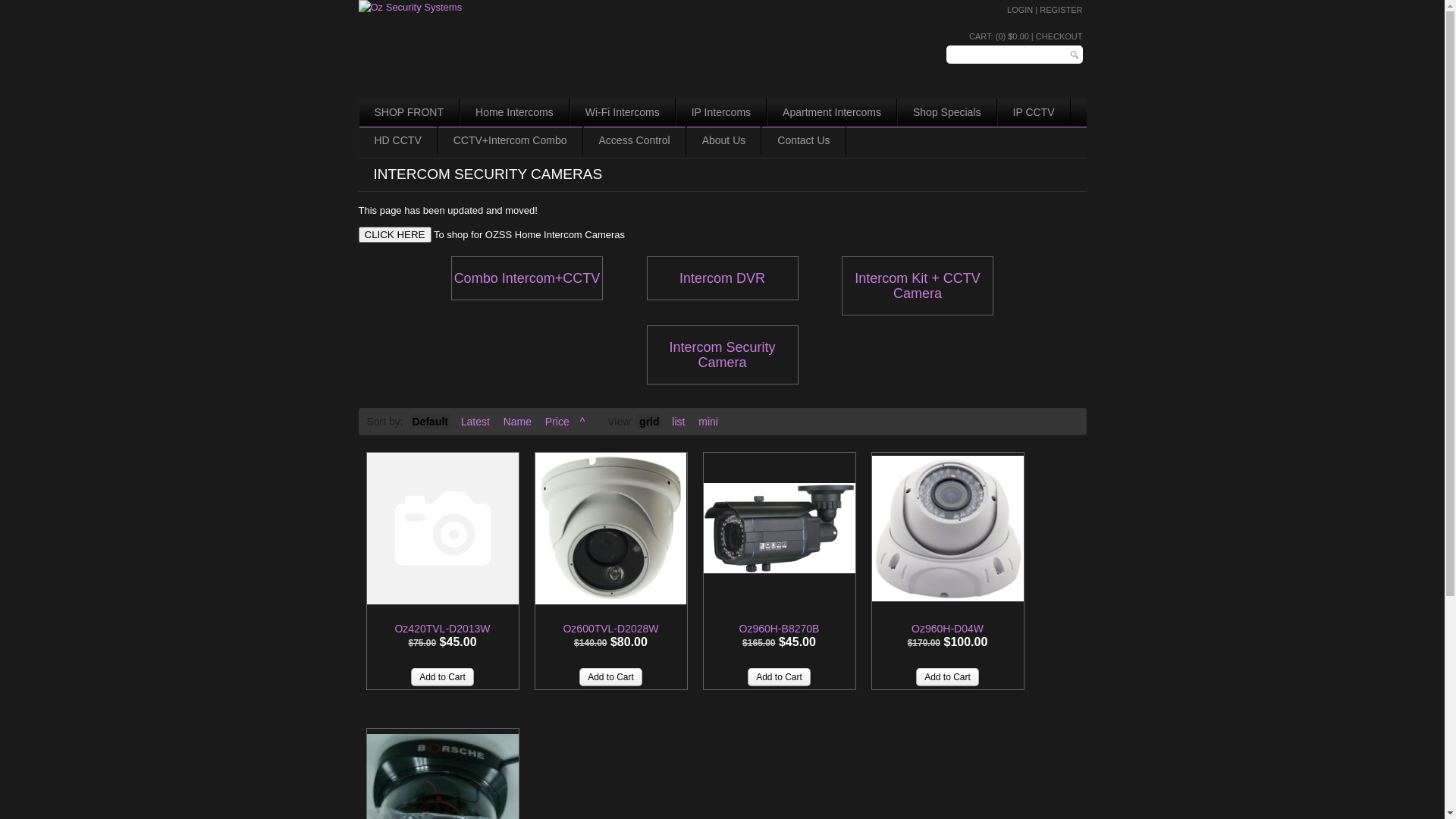  I want to click on 'REGISTER', so click(1059, 9).